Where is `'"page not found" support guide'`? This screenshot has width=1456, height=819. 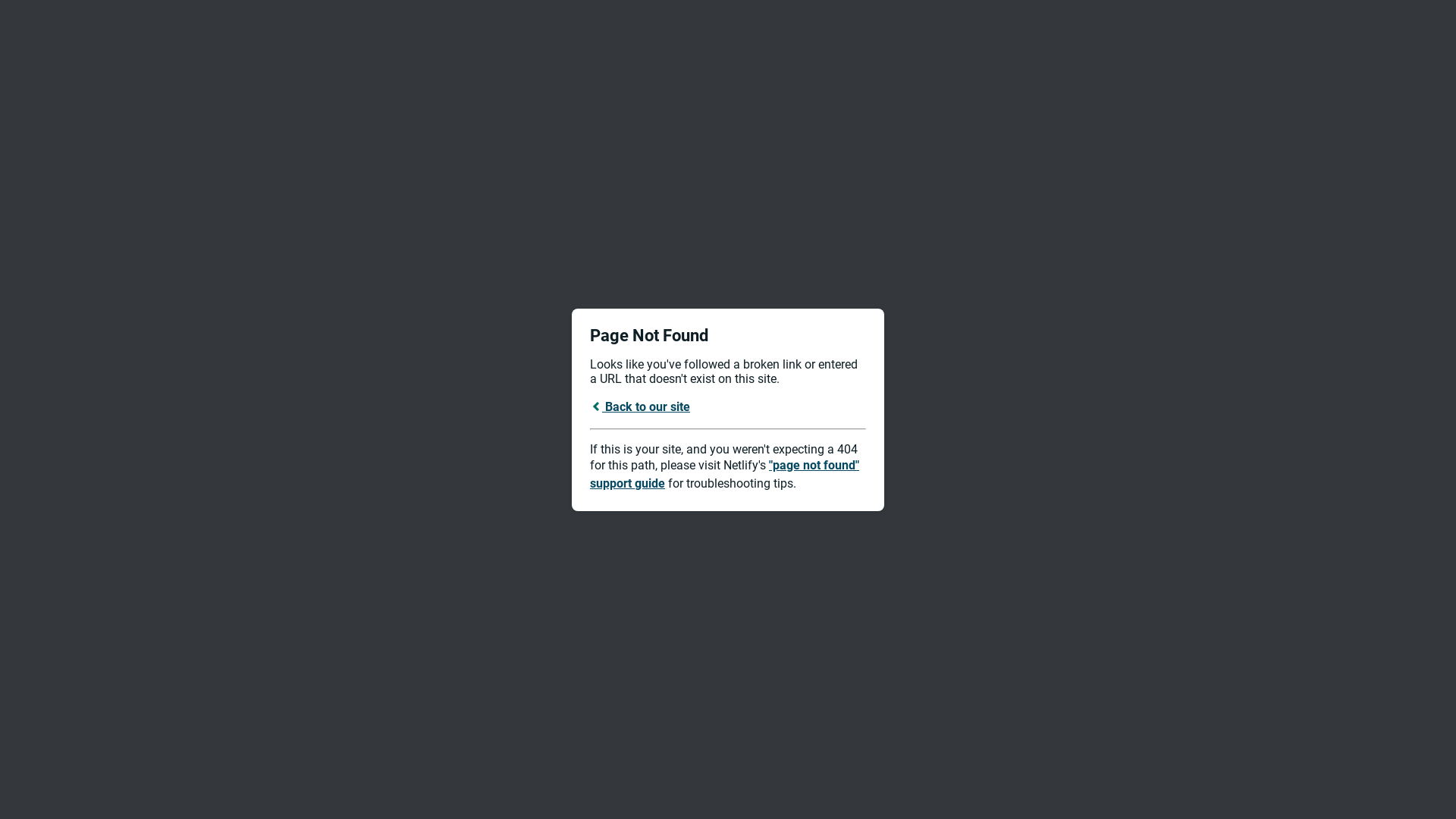 '"page not found" support guide' is located at coordinates (723, 473).